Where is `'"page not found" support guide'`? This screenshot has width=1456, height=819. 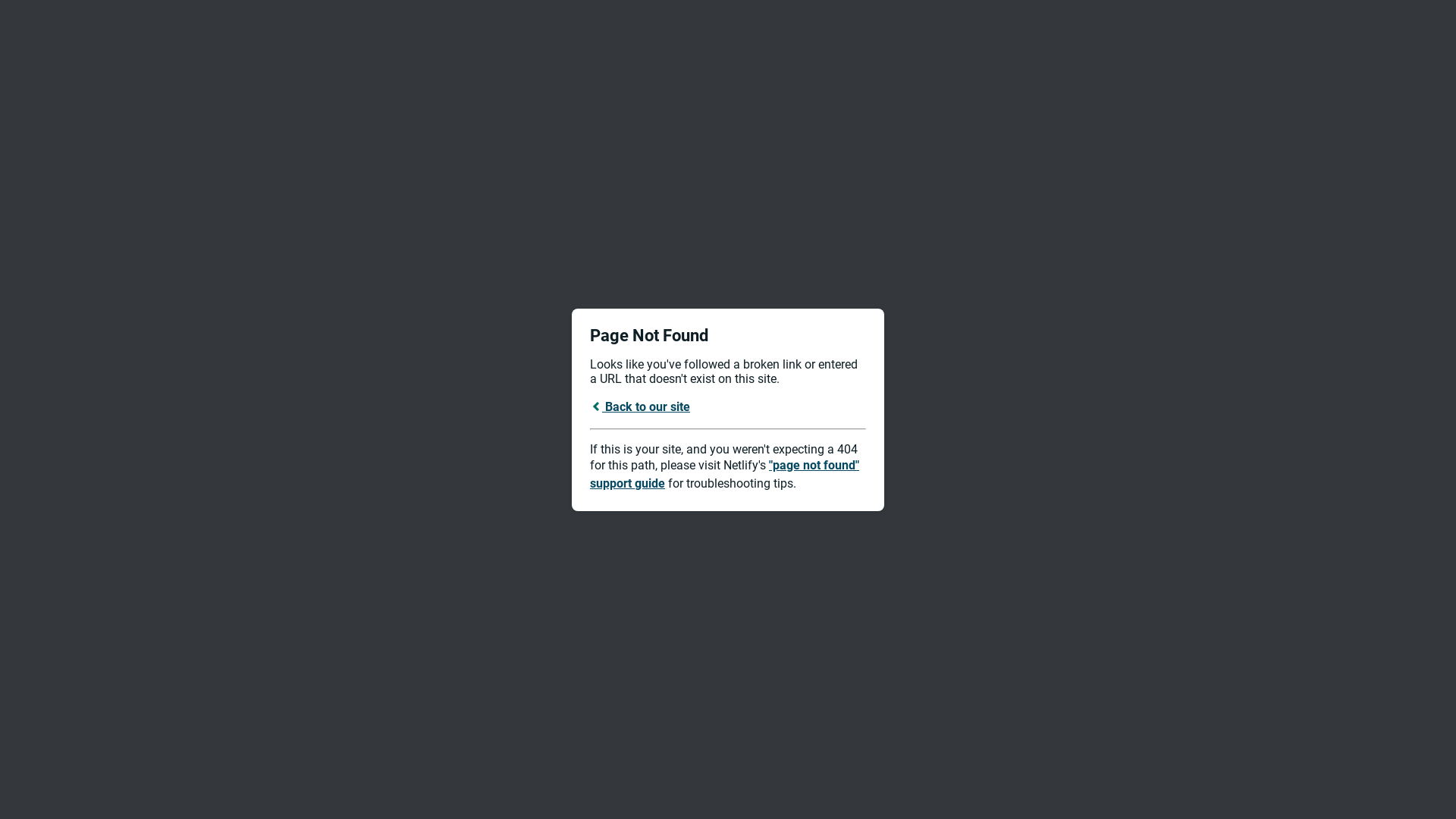 '"page not found" support guide' is located at coordinates (723, 473).